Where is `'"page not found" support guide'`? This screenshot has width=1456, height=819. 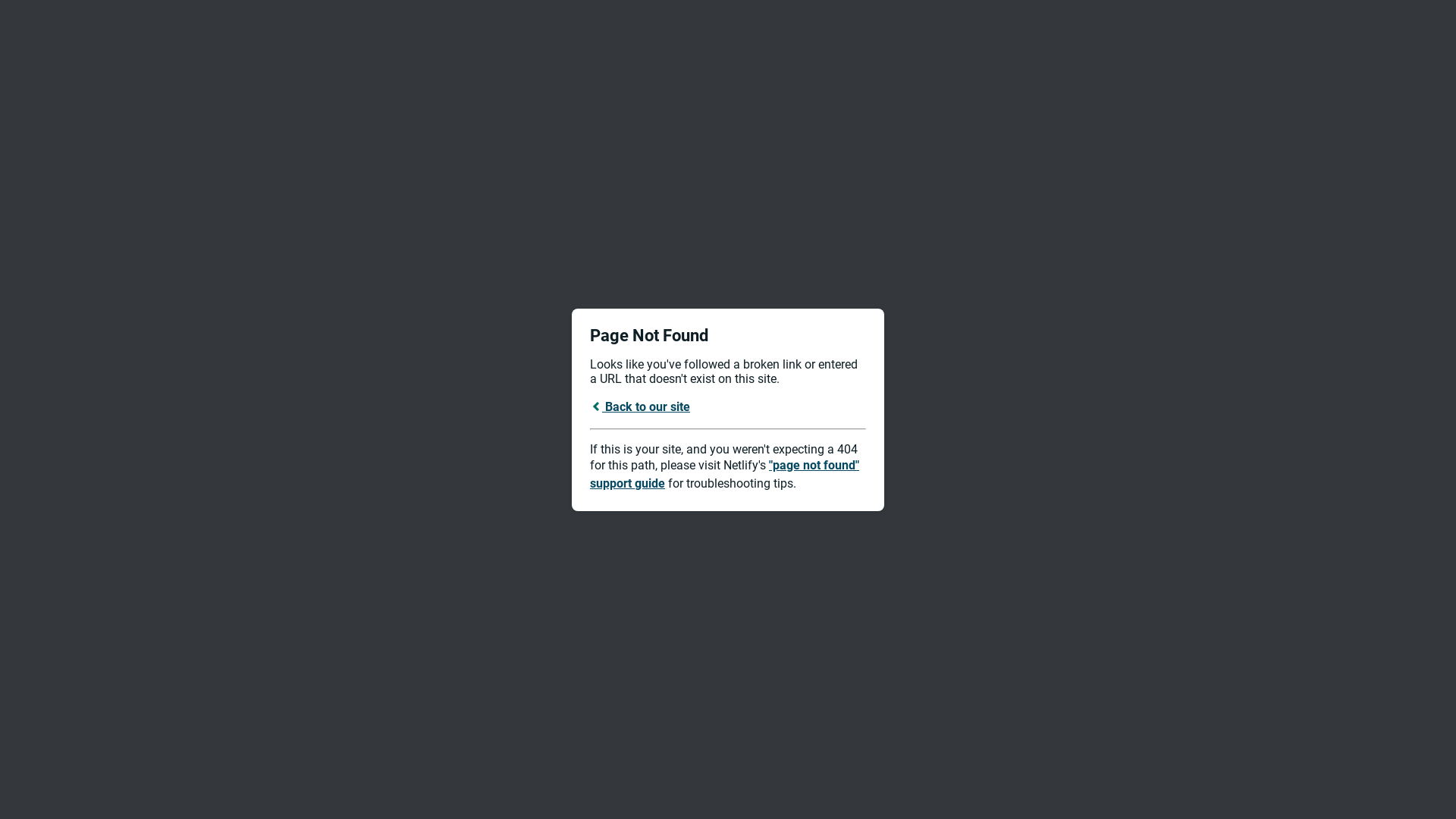 '"page not found" support guide' is located at coordinates (723, 473).